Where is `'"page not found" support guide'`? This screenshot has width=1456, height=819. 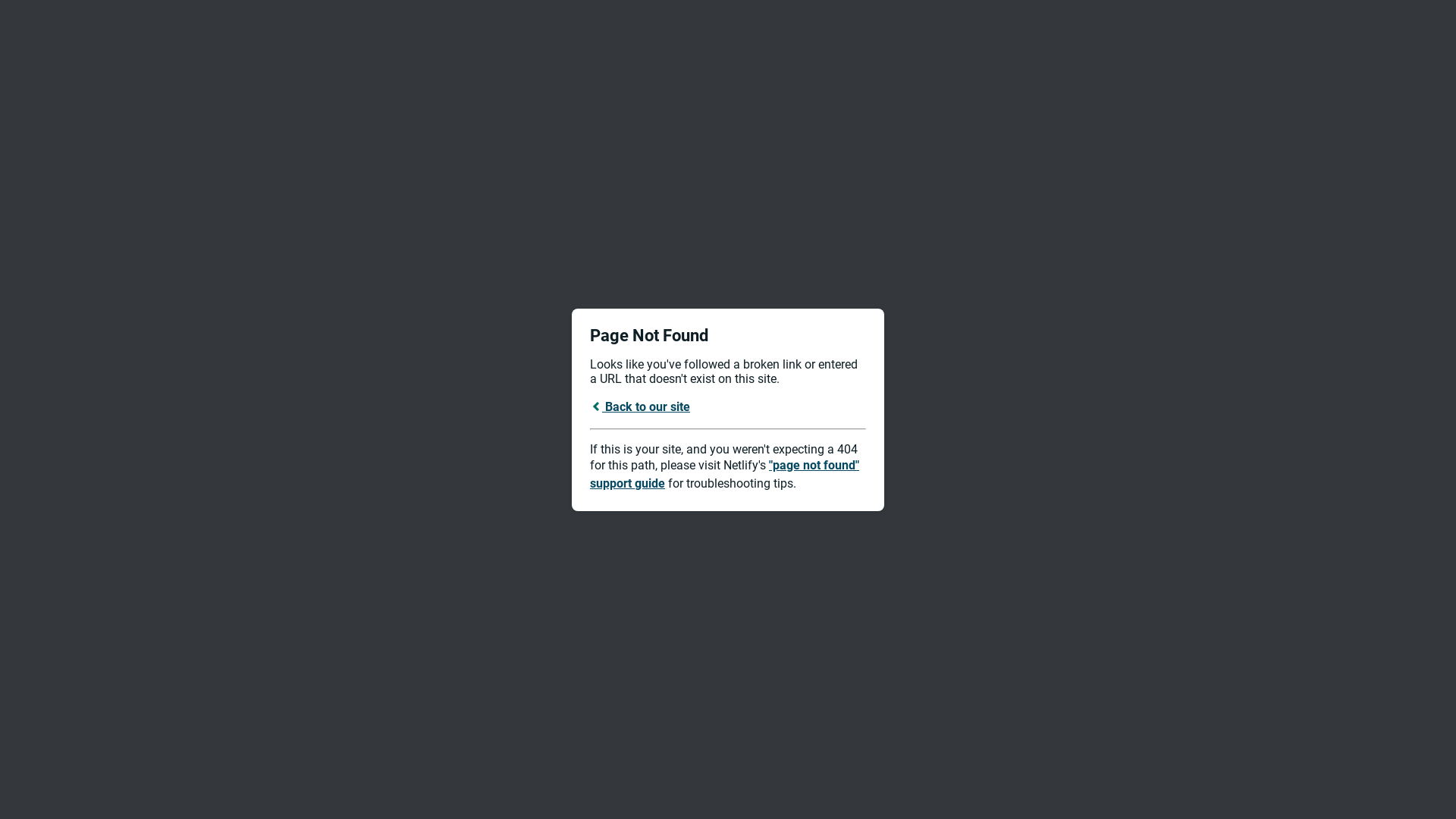 '"page not found" support guide' is located at coordinates (723, 473).